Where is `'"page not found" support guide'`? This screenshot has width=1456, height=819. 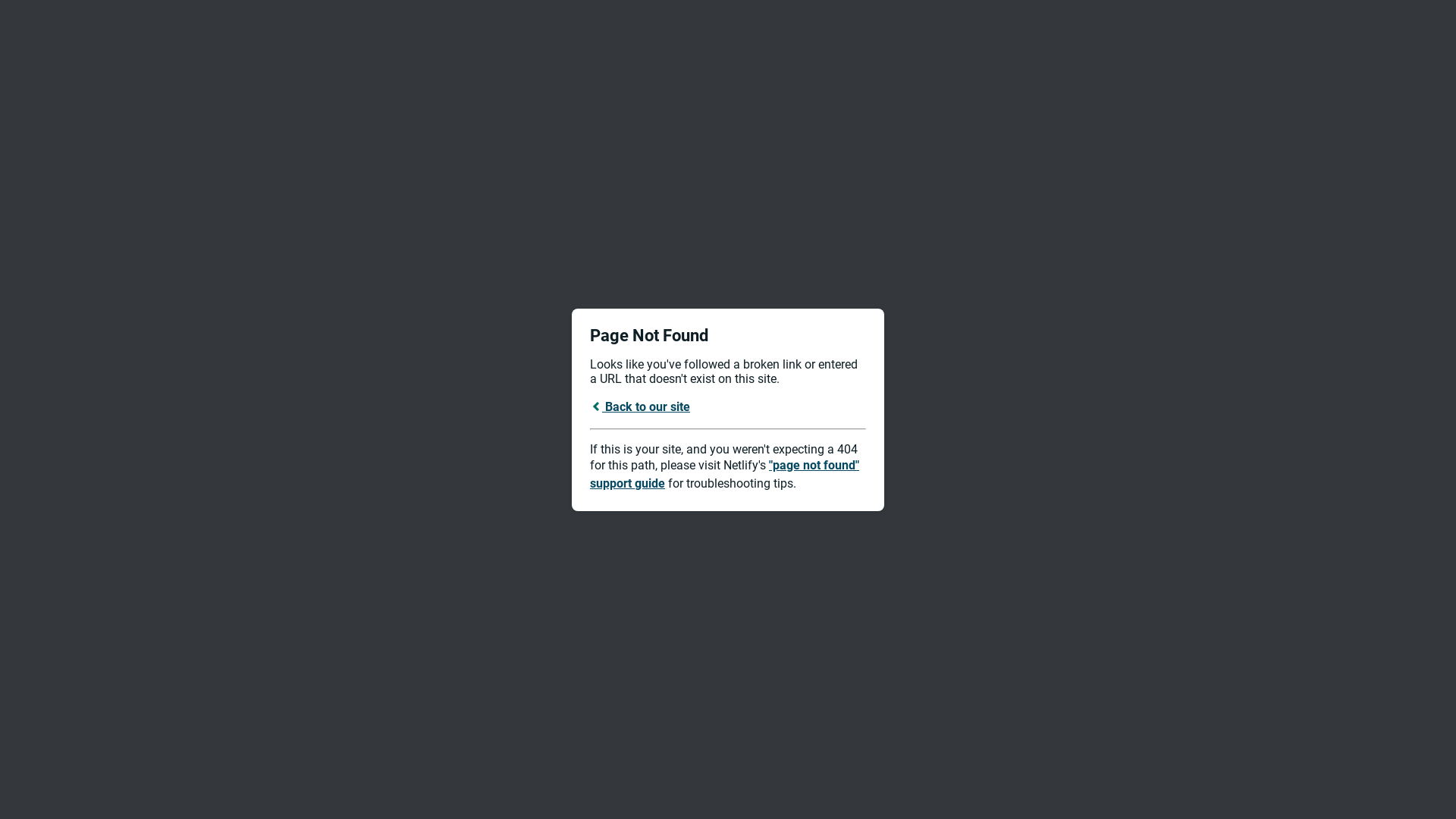 '"page not found" support guide' is located at coordinates (723, 473).